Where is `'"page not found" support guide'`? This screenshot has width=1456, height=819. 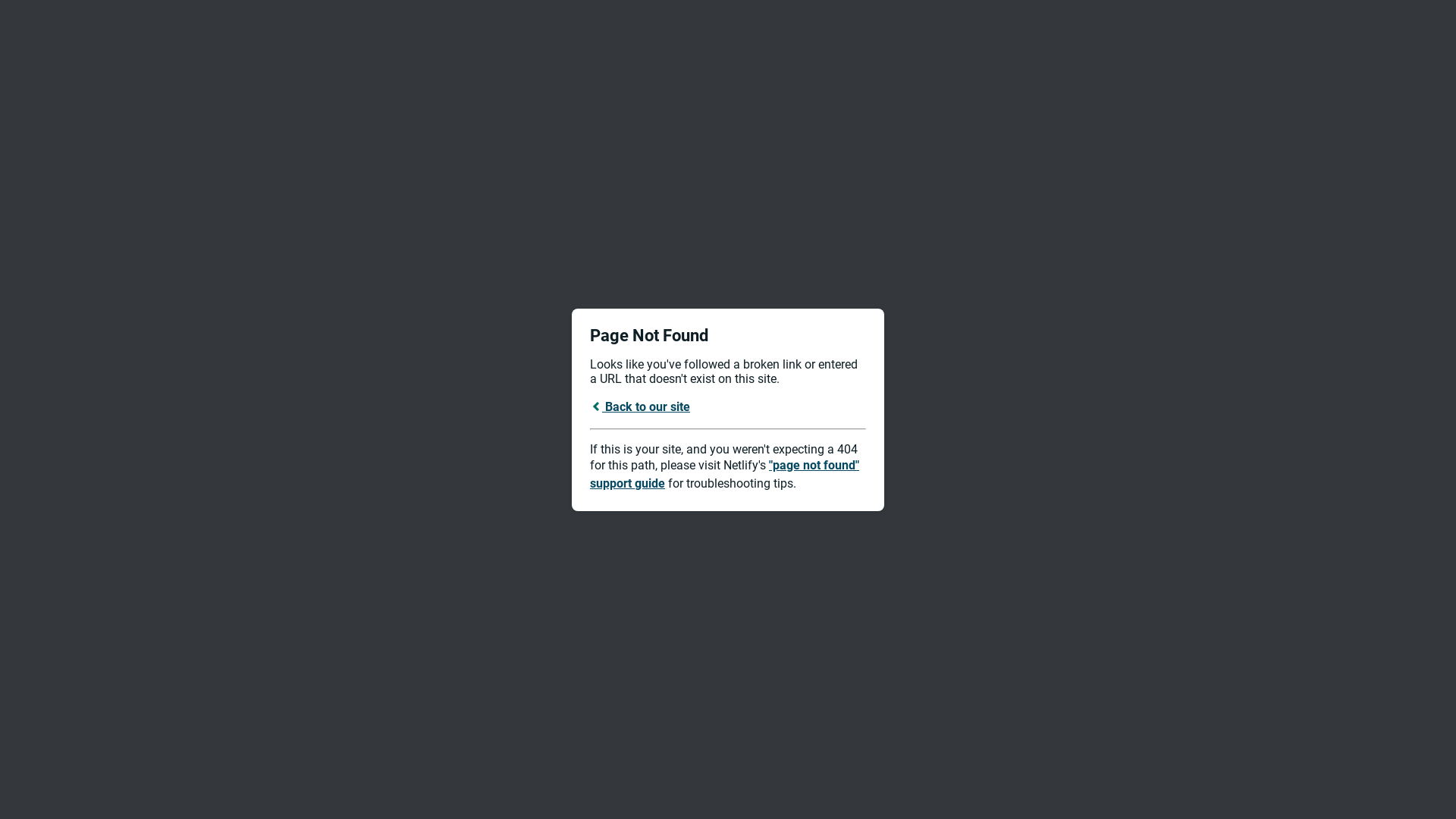 '"page not found" support guide' is located at coordinates (723, 473).